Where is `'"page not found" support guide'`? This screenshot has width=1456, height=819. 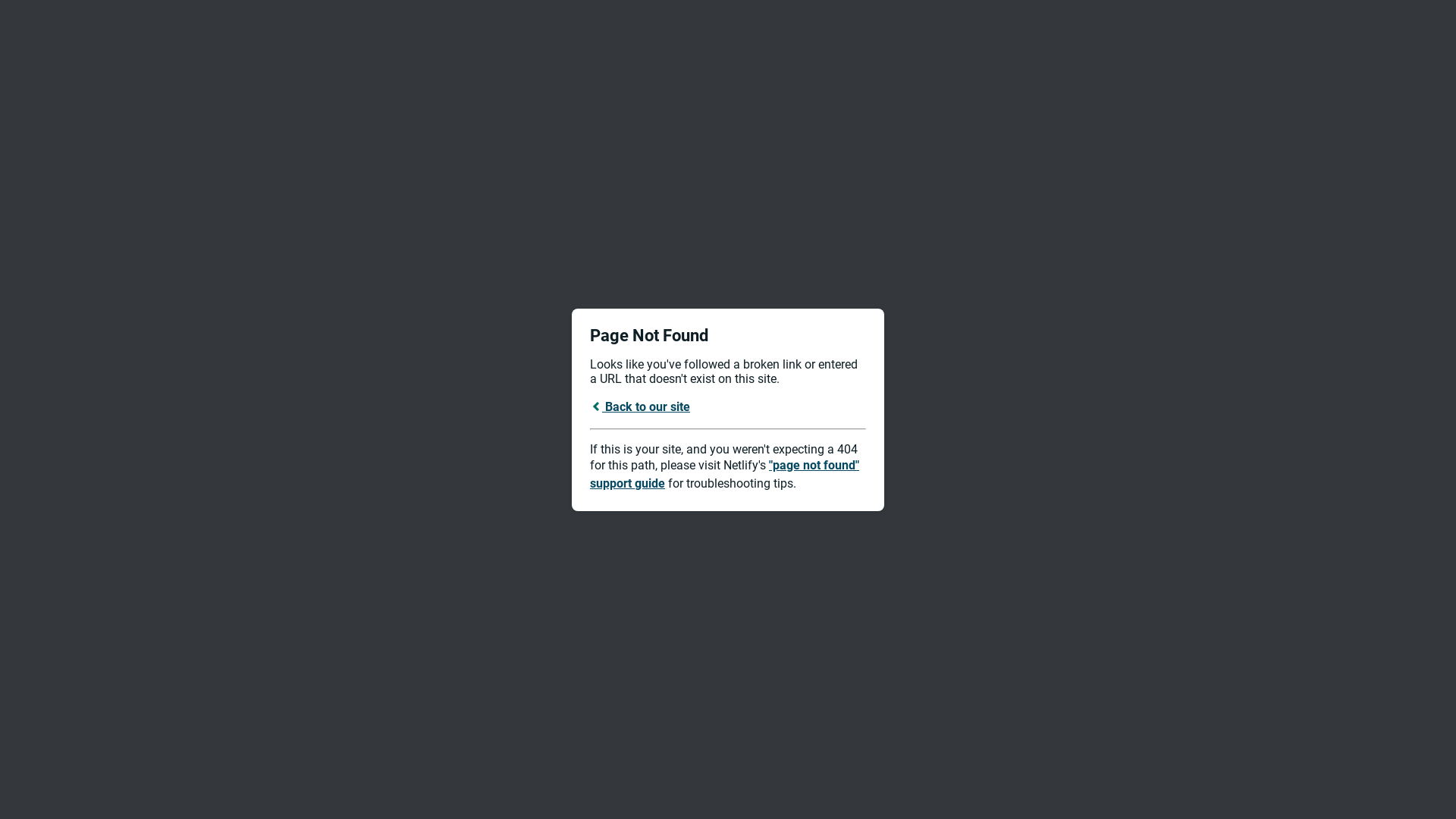 '"page not found" support guide' is located at coordinates (723, 473).